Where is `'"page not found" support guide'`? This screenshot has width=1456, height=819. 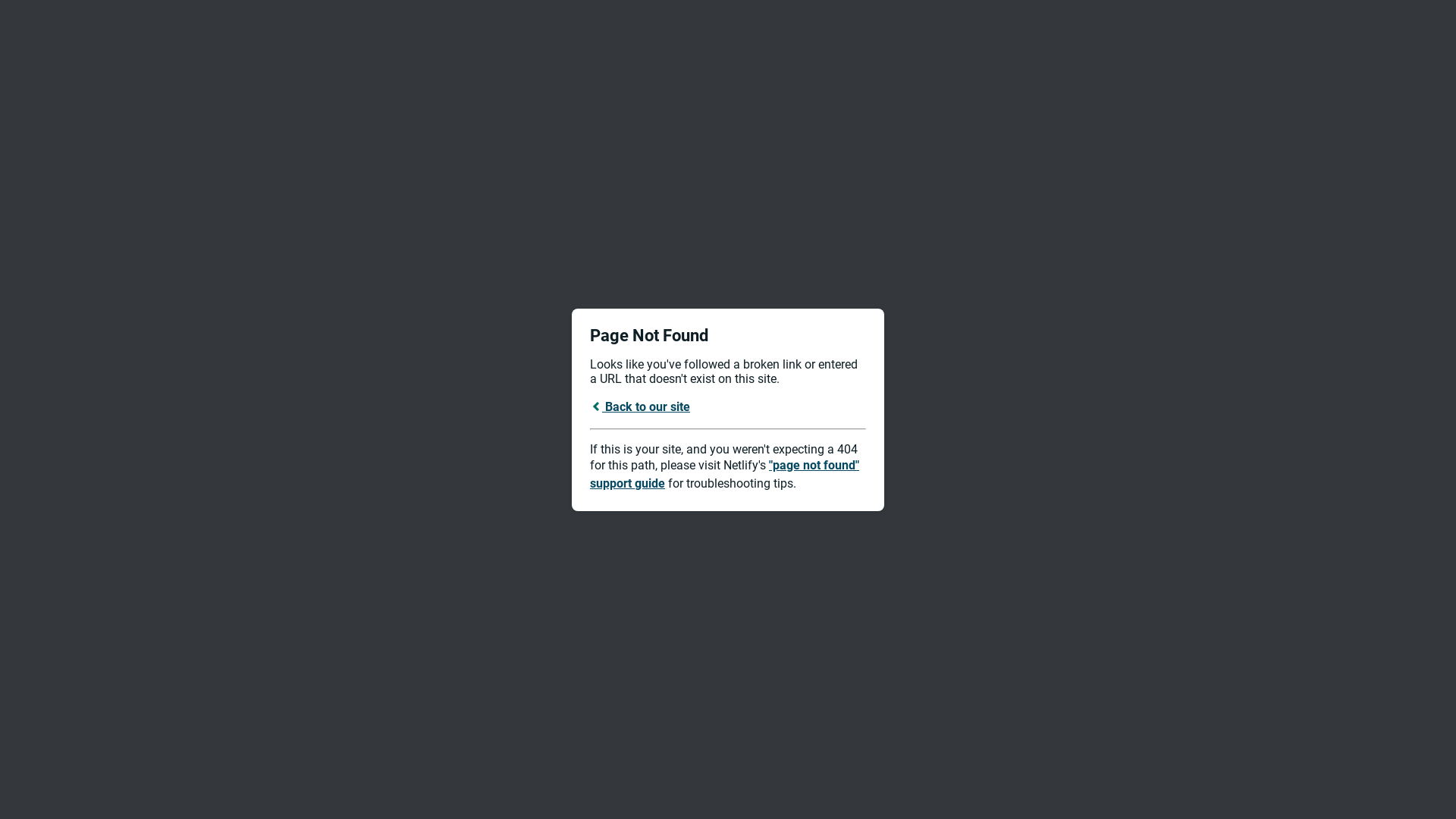 '"page not found" support guide' is located at coordinates (723, 473).